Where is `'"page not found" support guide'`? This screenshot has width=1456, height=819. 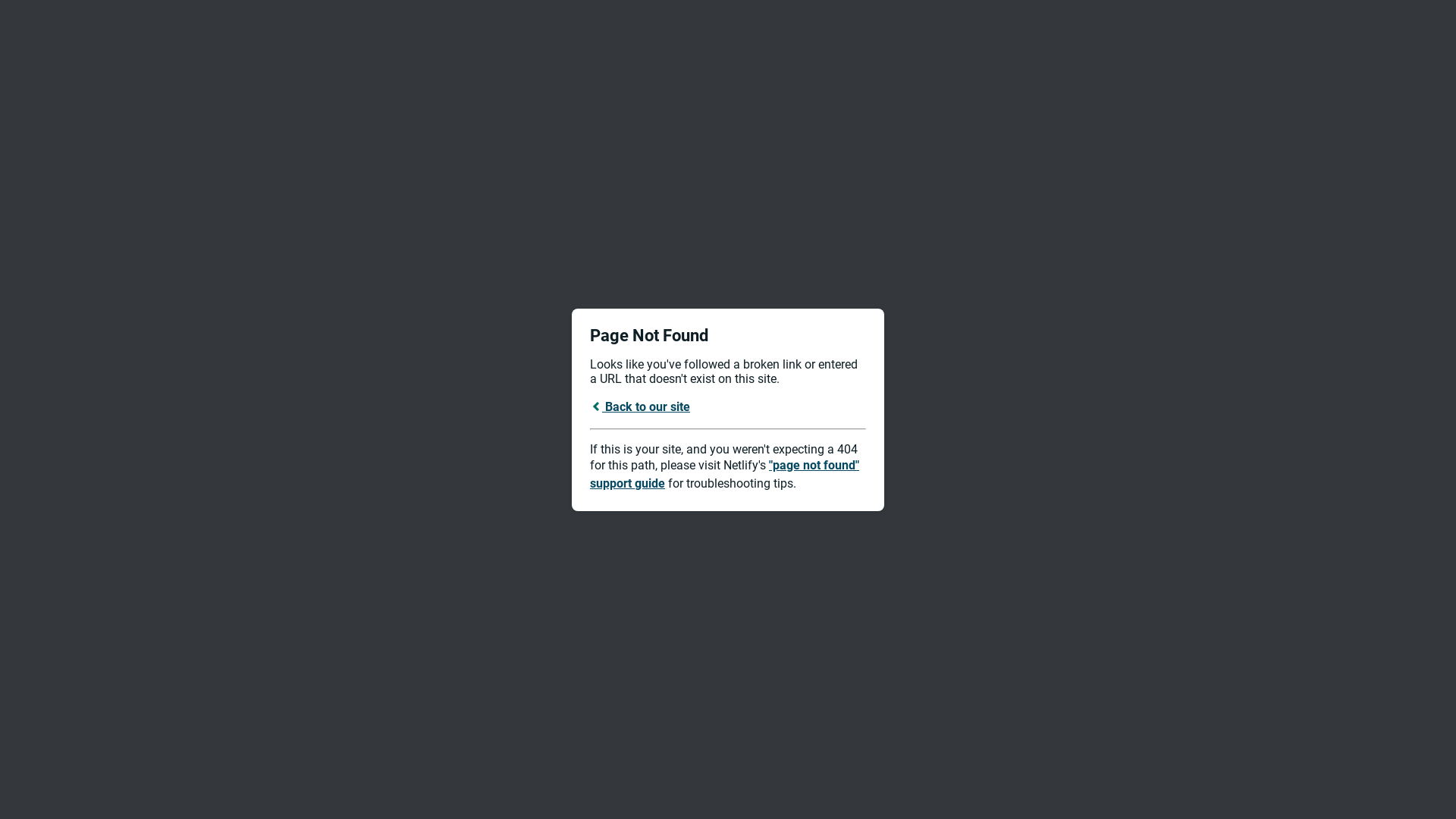 '"page not found" support guide' is located at coordinates (723, 473).